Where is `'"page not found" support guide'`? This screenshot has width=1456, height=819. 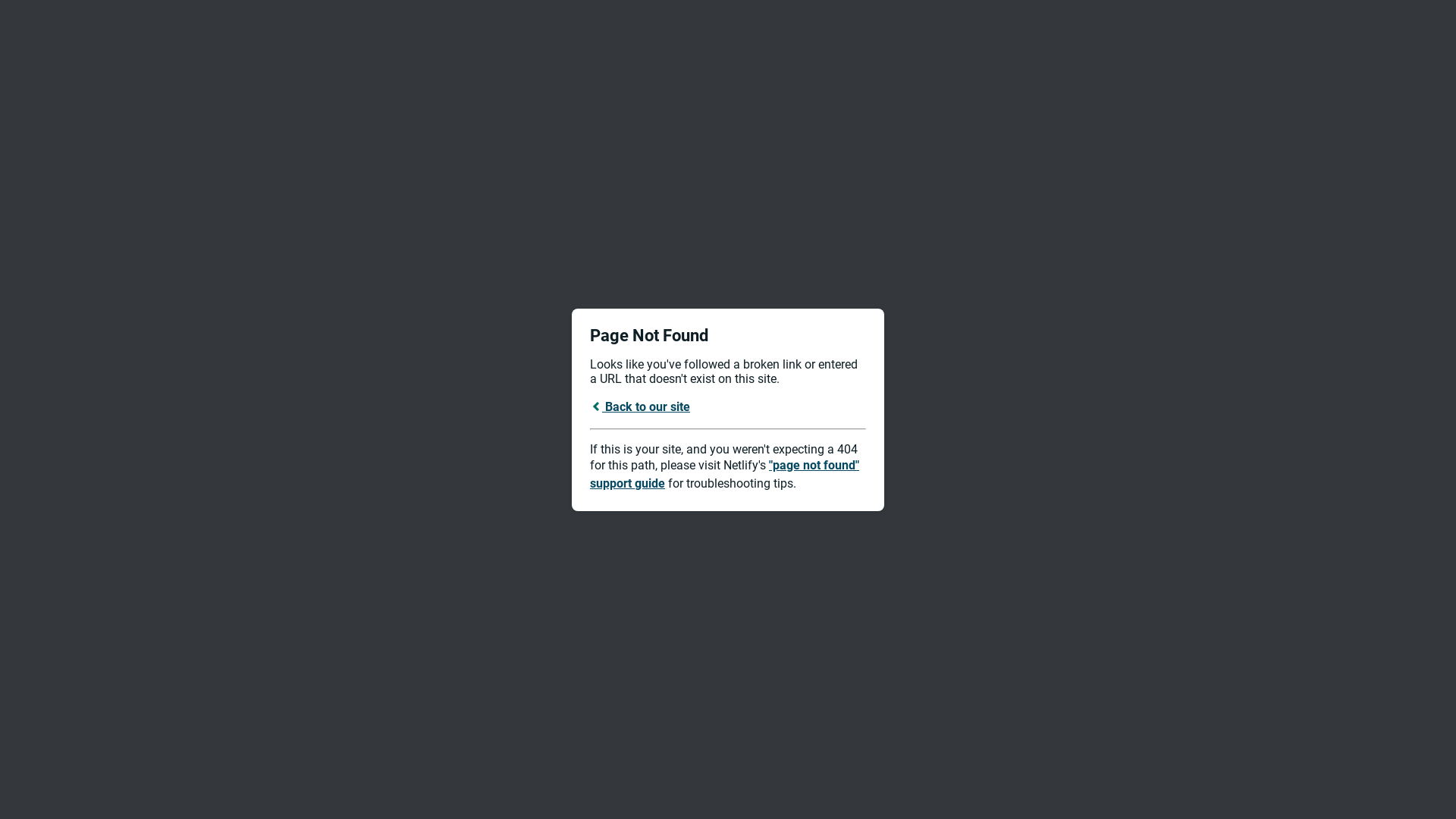 '"page not found" support guide' is located at coordinates (723, 473).